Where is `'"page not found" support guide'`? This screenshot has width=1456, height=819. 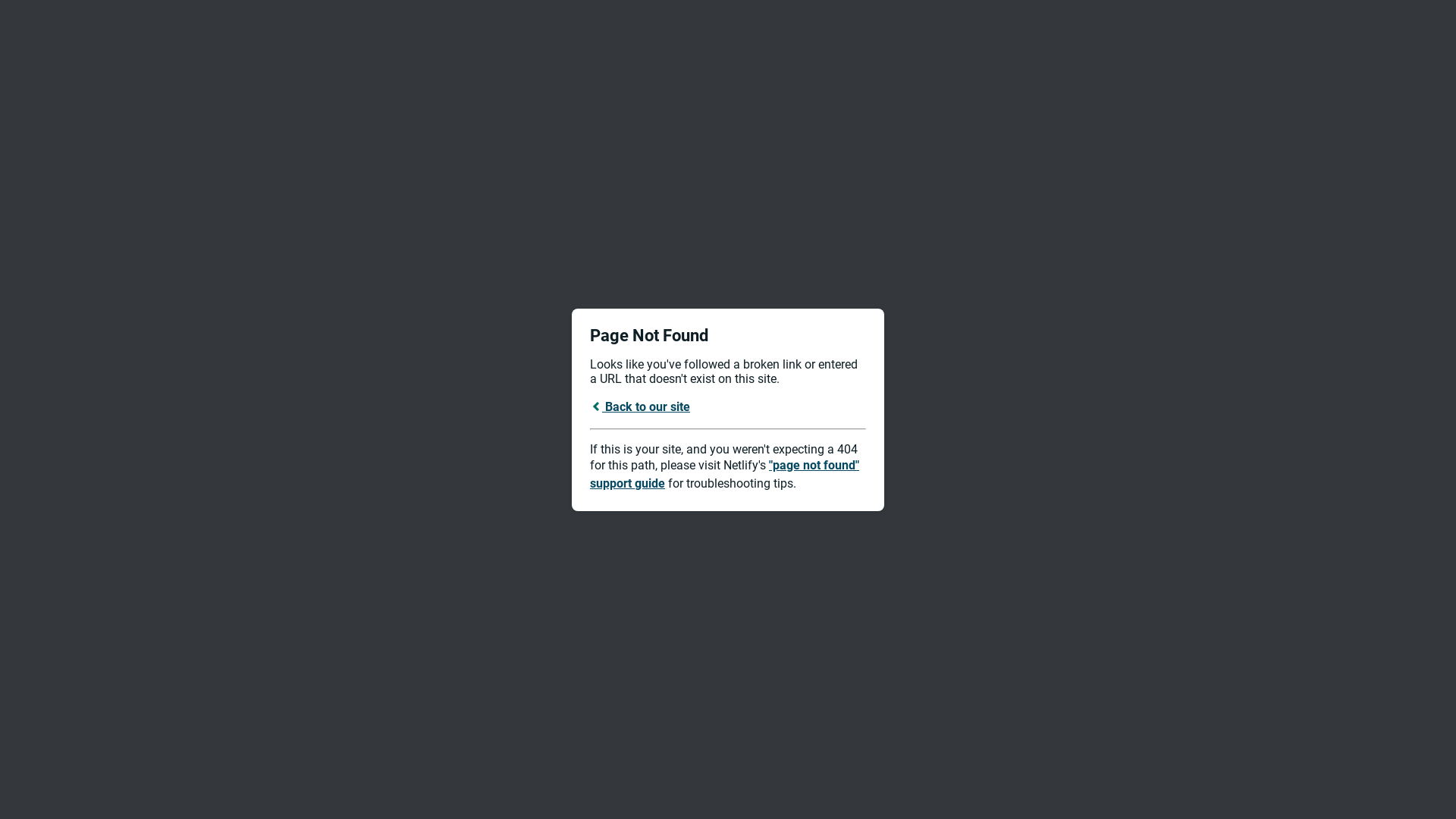 '"page not found" support guide' is located at coordinates (723, 473).